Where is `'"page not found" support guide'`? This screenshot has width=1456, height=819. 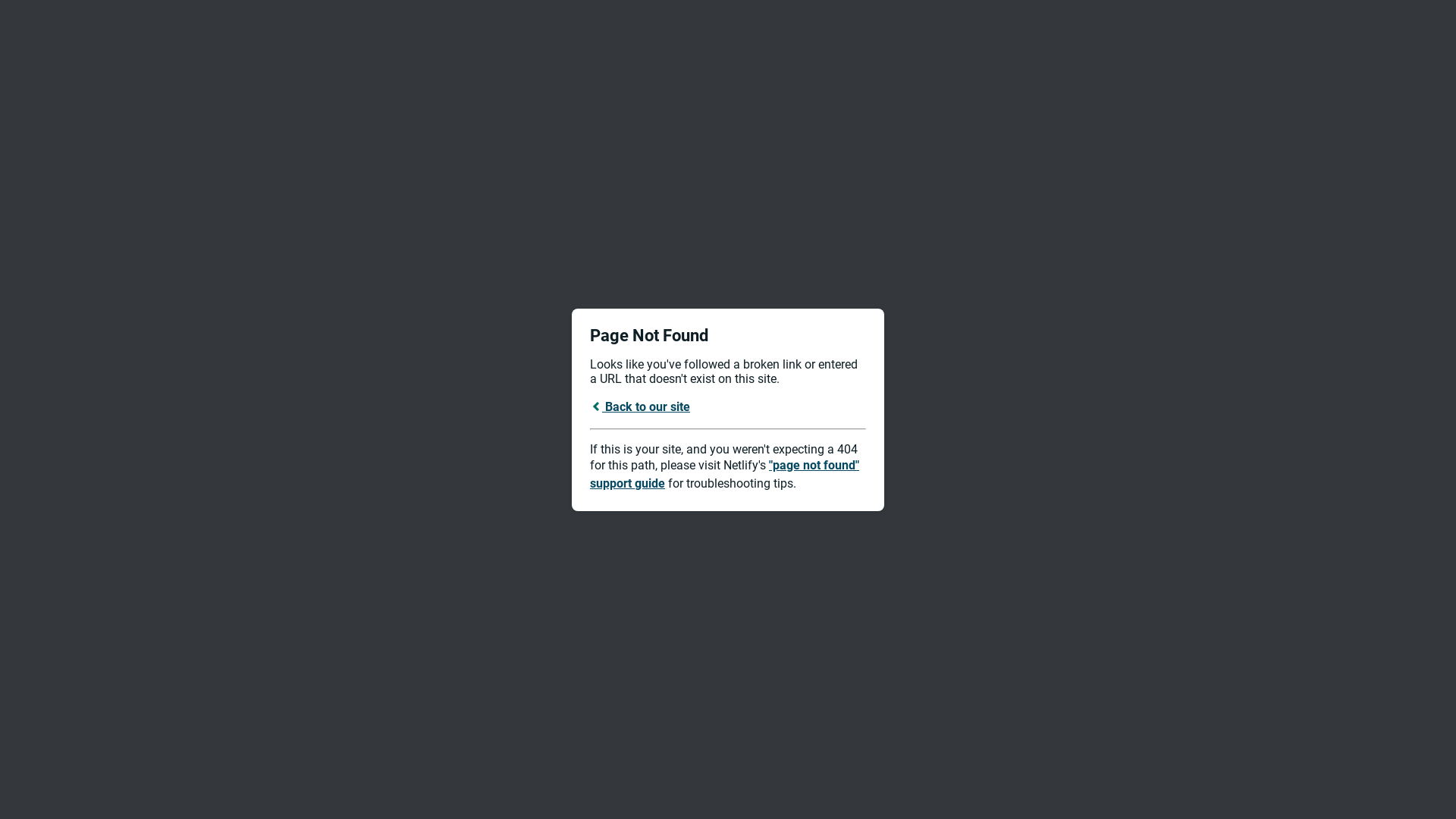 '"page not found" support guide' is located at coordinates (723, 473).